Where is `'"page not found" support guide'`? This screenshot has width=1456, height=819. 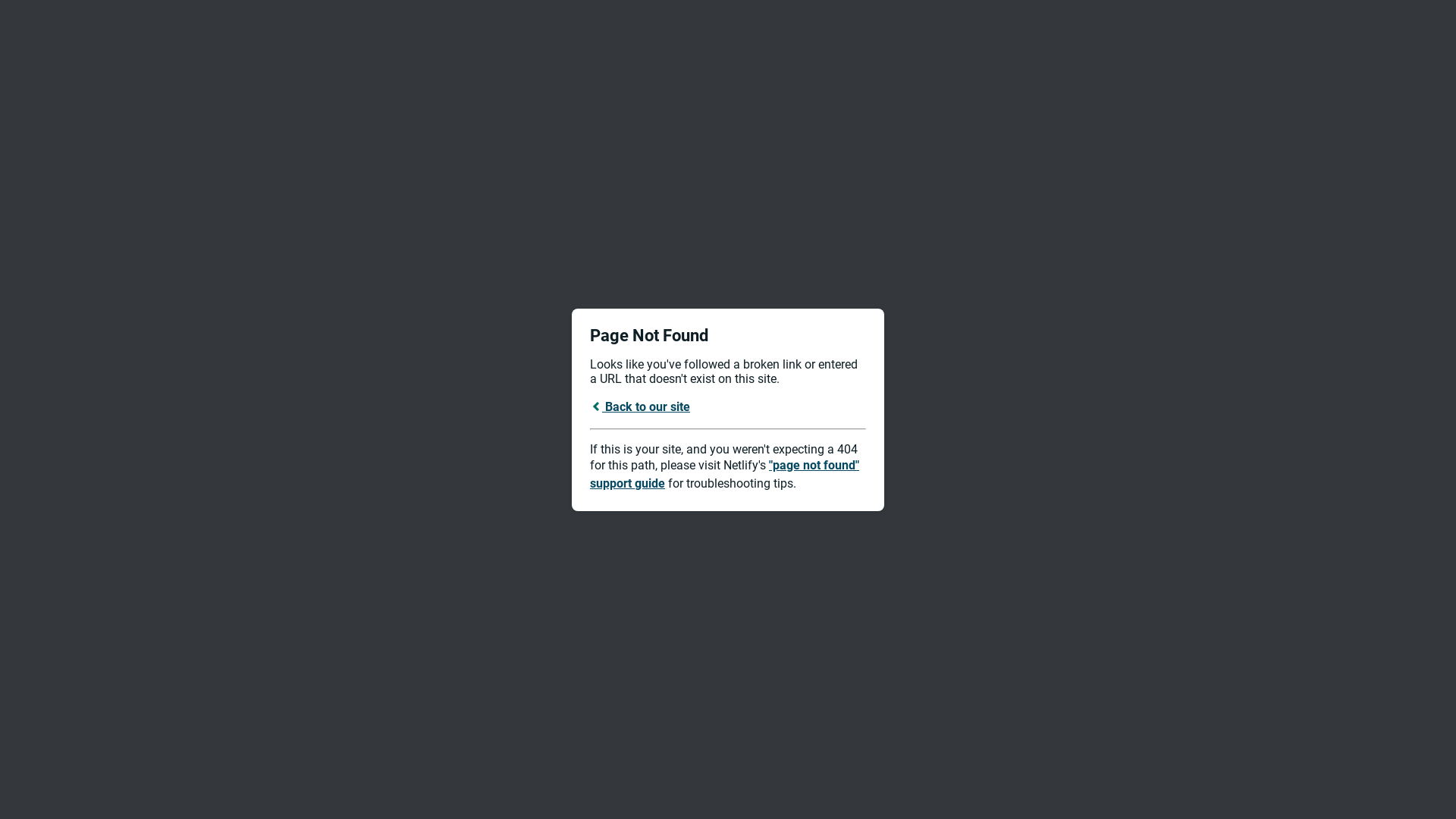 '"page not found" support guide' is located at coordinates (723, 473).